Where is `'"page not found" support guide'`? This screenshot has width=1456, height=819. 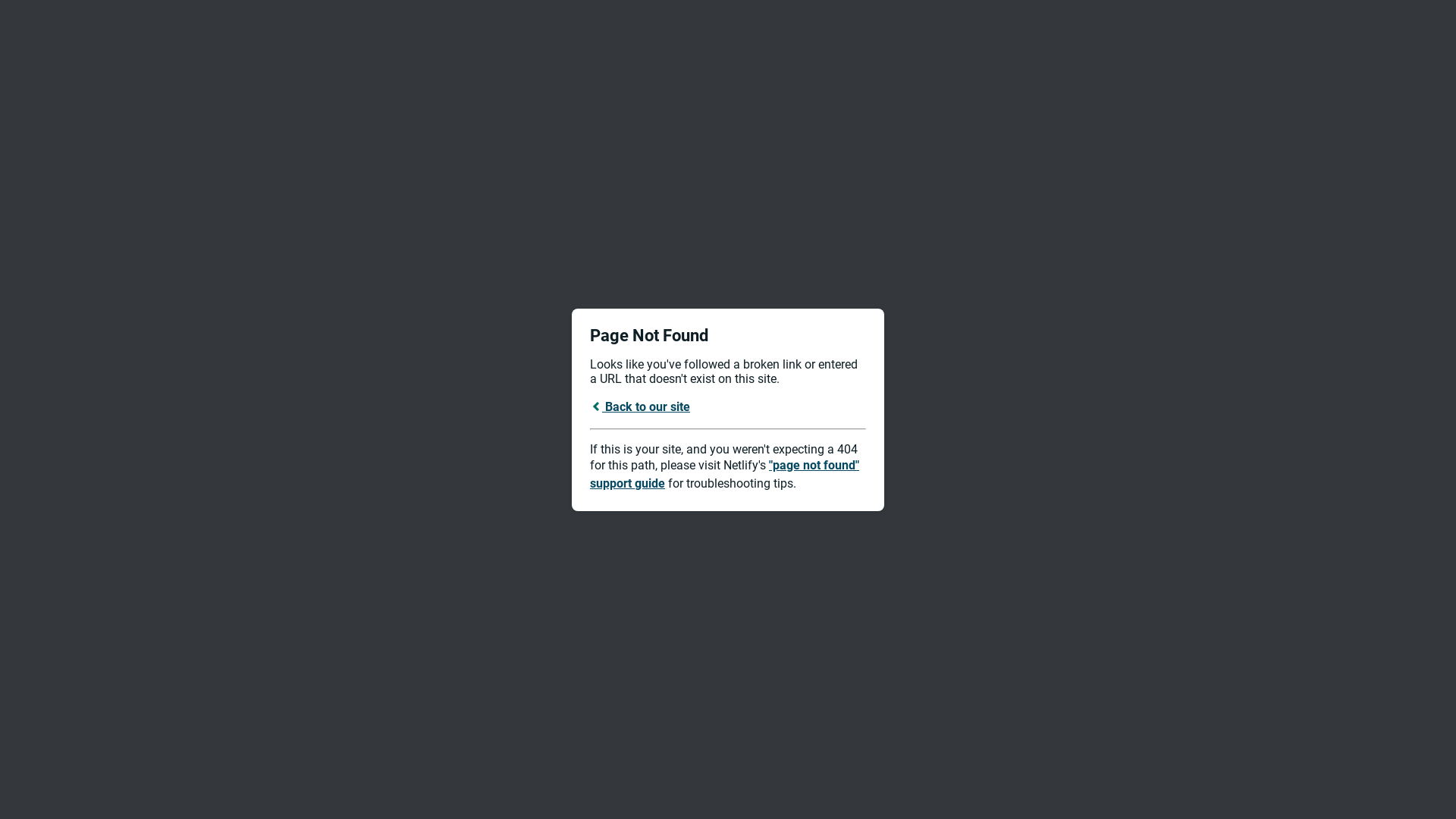 '"page not found" support guide' is located at coordinates (723, 473).